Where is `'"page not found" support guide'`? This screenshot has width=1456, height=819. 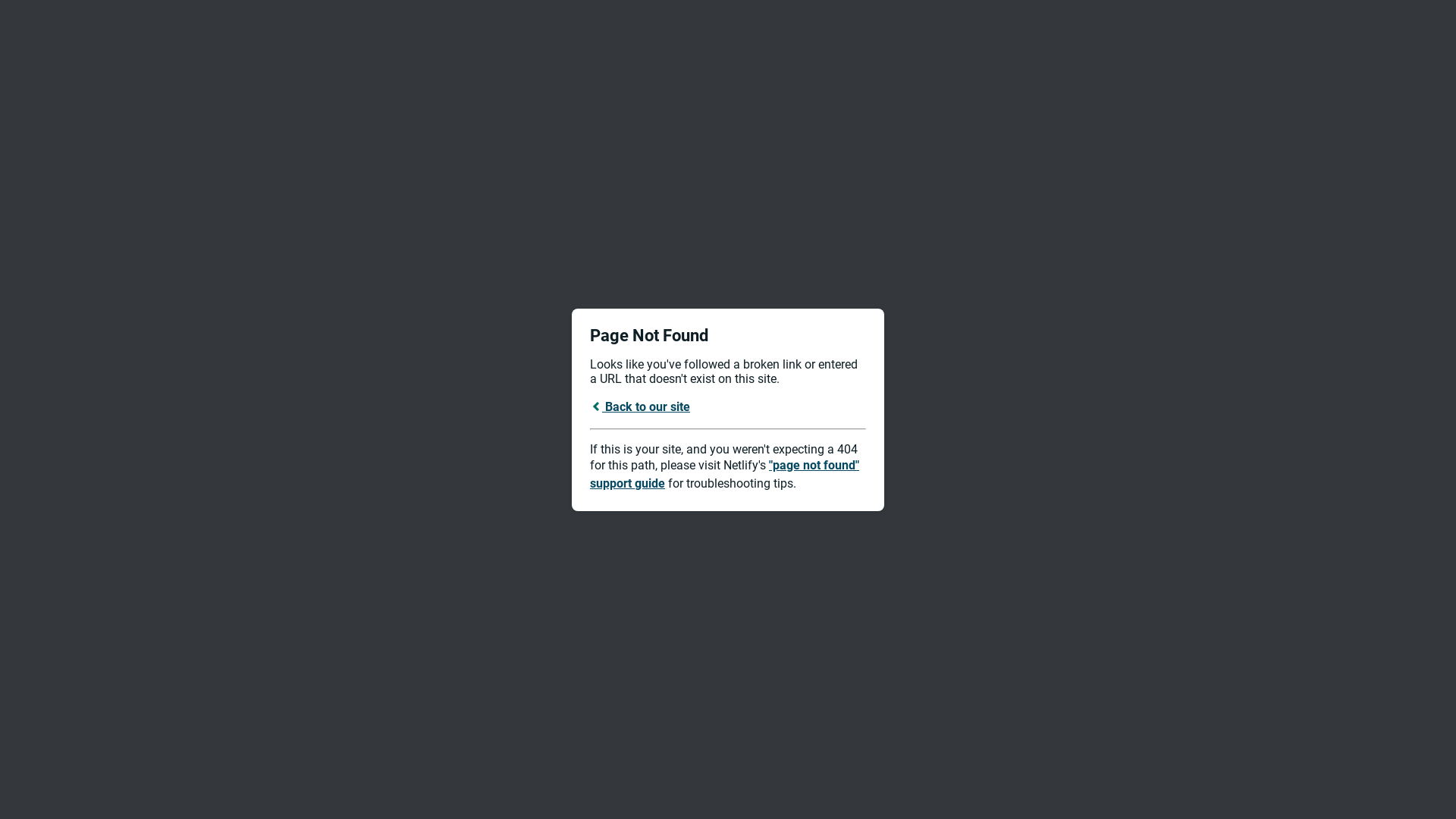 '"page not found" support guide' is located at coordinates (723, 473).